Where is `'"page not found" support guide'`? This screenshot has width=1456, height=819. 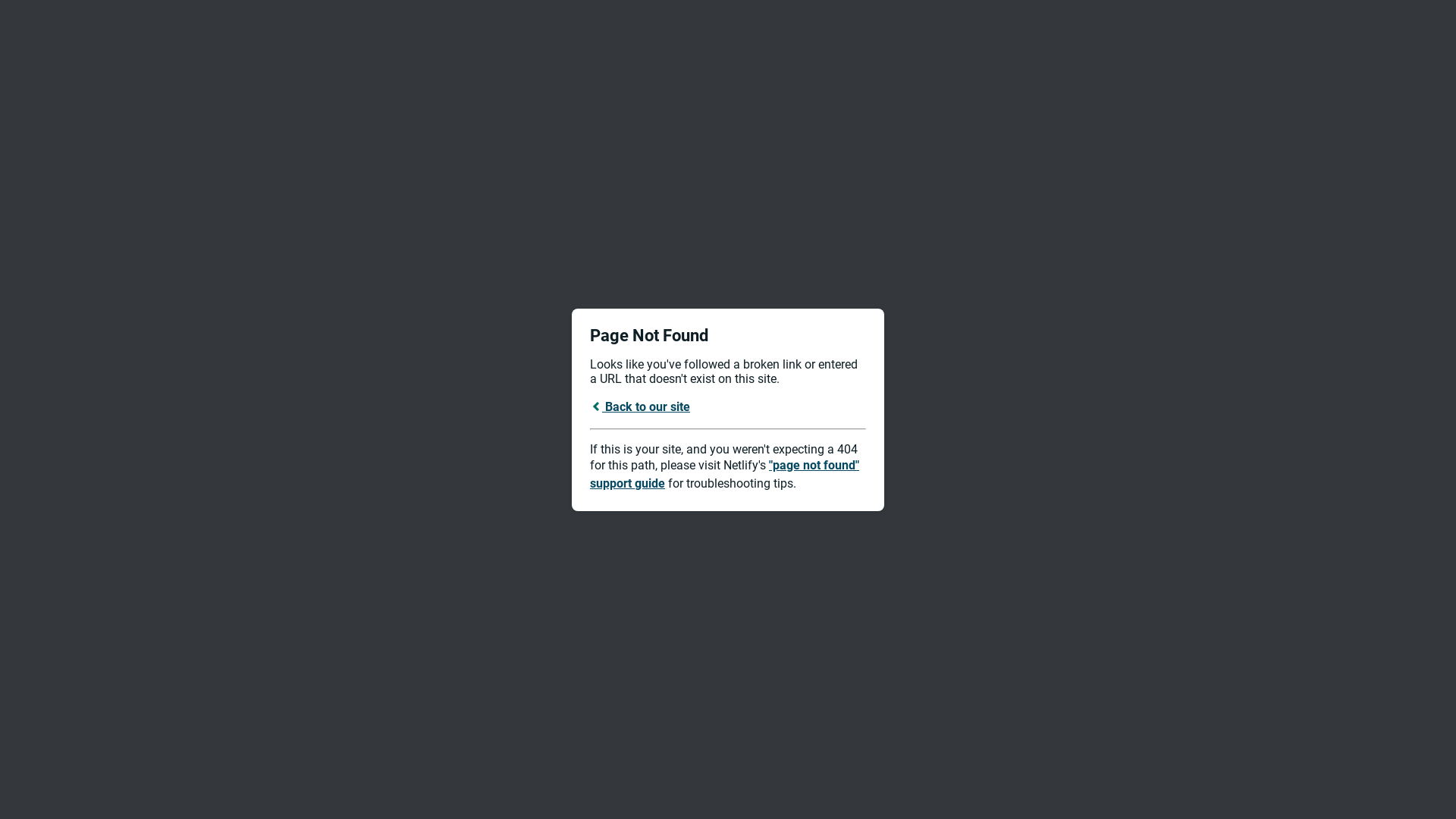 '"page not found" support guide' is located at coordinates (723, 473).